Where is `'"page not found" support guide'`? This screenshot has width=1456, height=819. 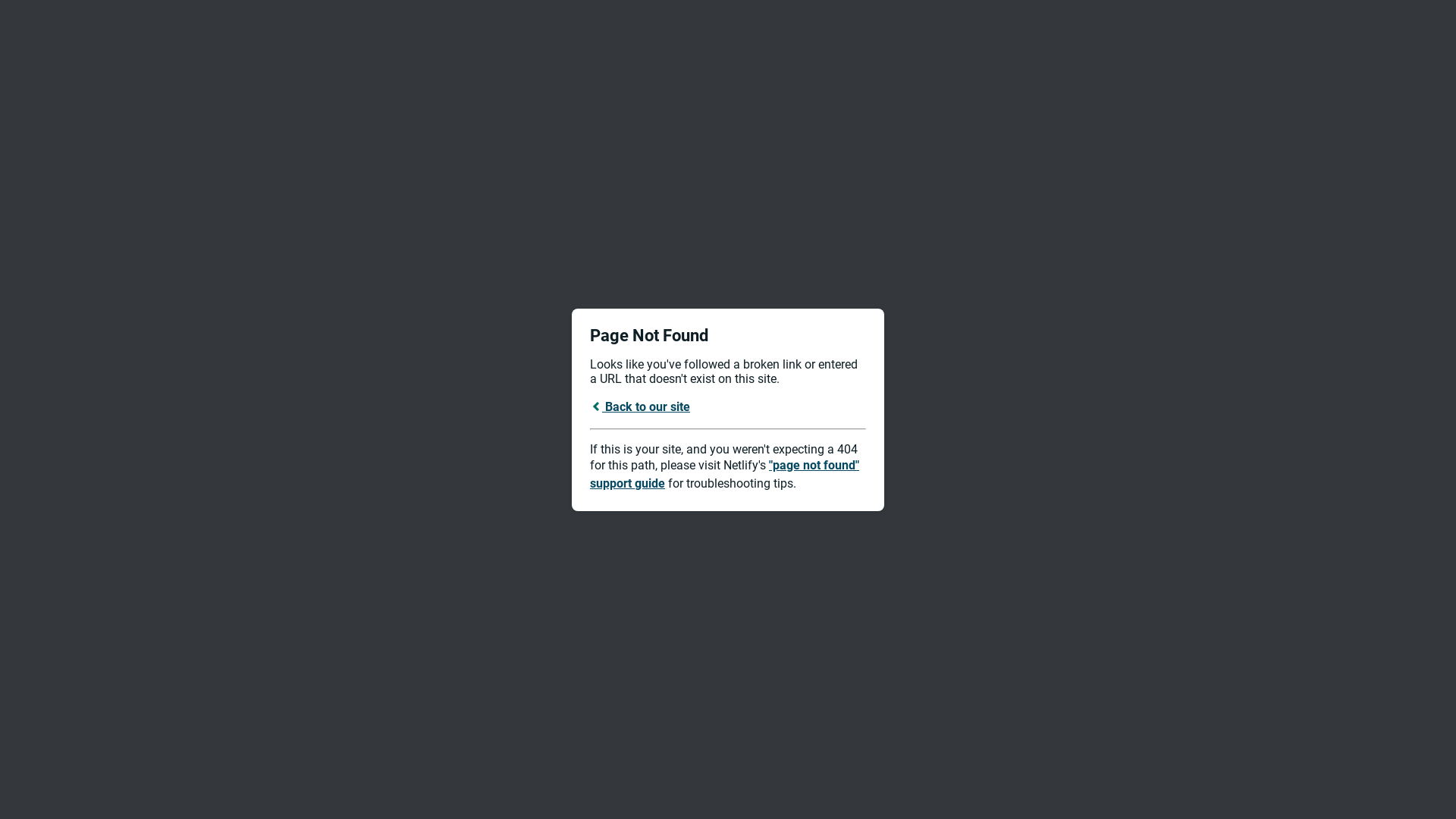 '"page not found" support guide' is located at coordinates (723, 473).